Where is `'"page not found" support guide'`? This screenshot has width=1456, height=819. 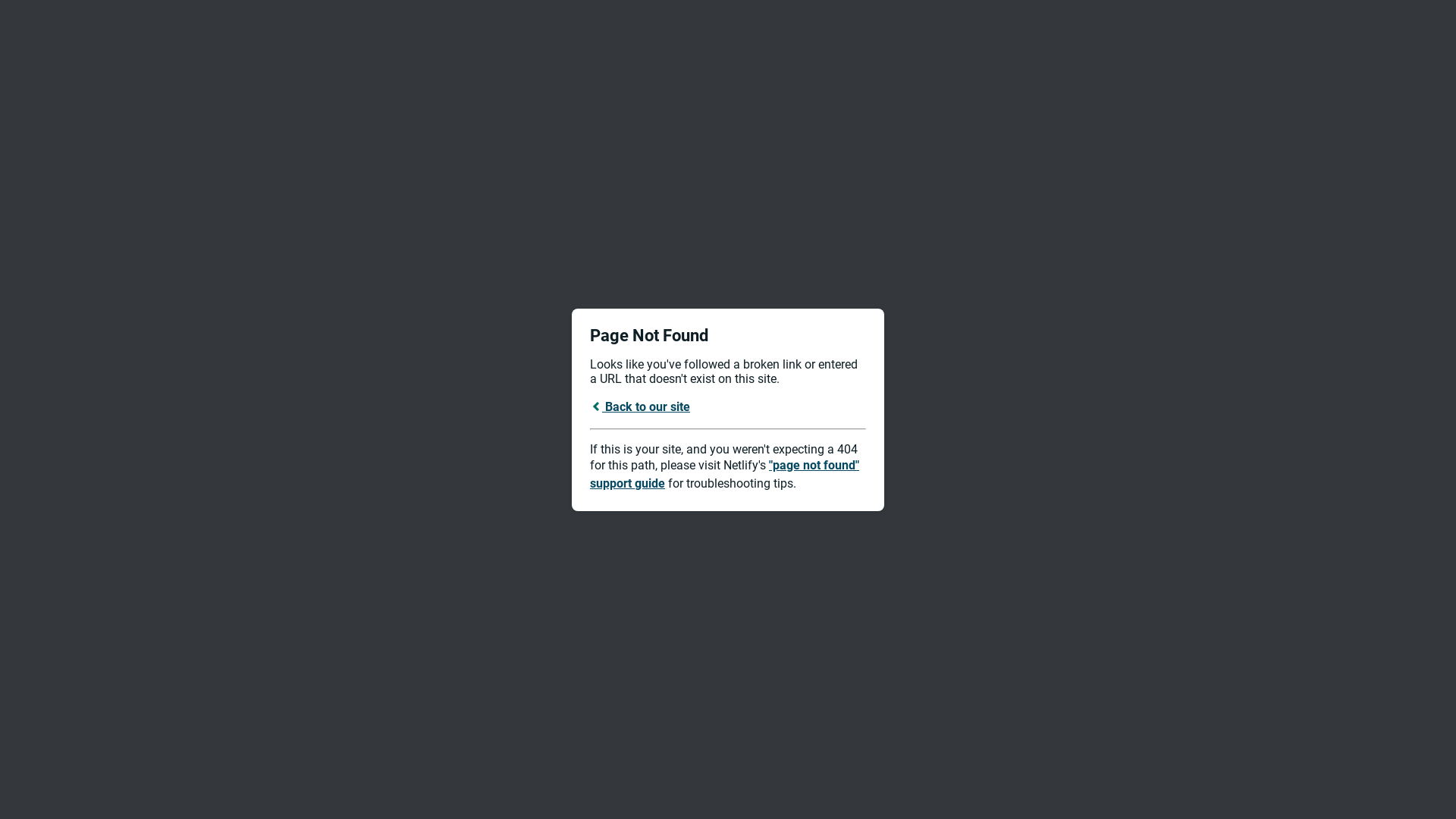 '"page not found" support guide' is located at coordinates (723, 473).